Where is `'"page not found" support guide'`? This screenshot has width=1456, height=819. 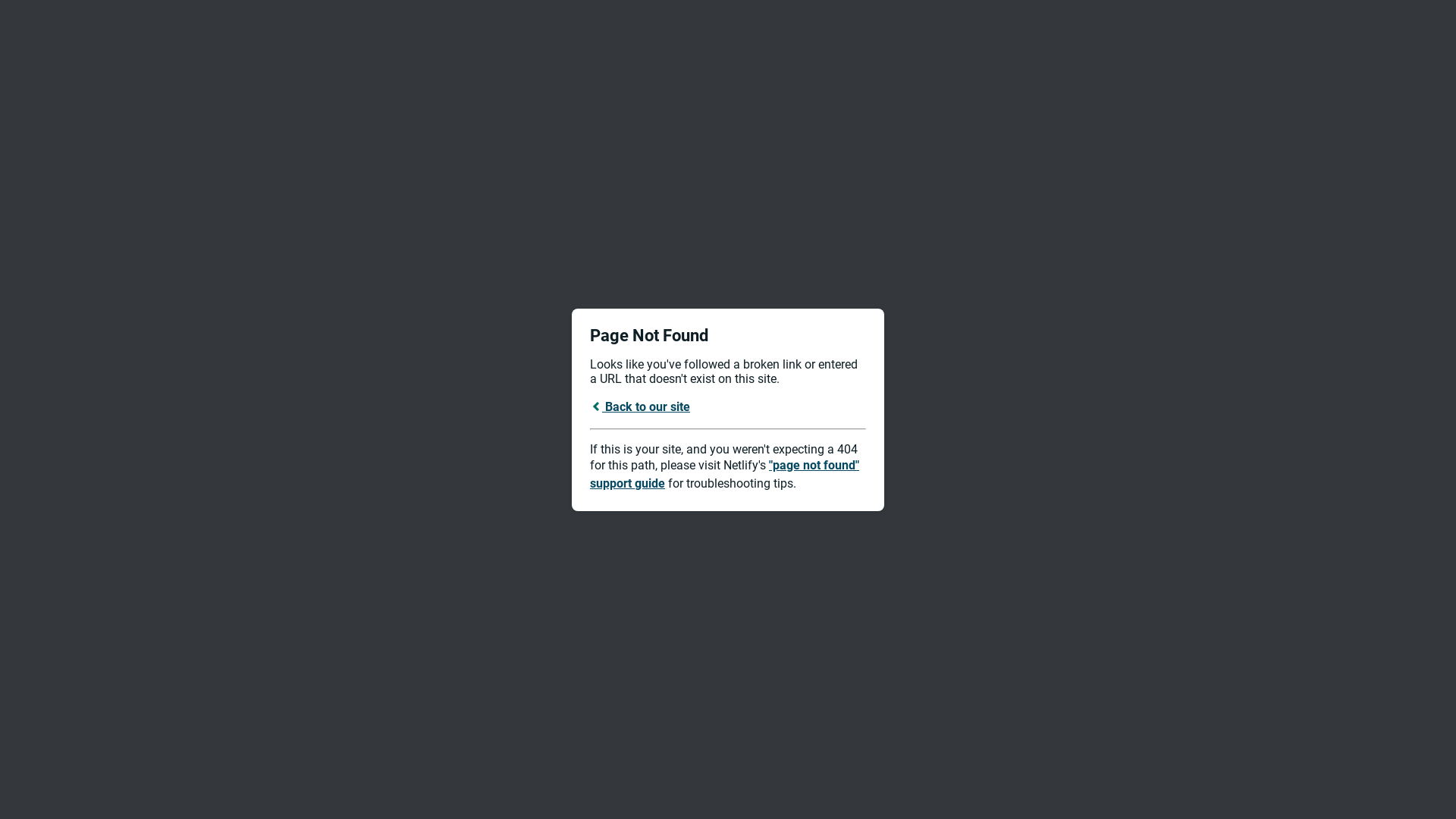 '"page not found" support guide' is located at coordinates (723, 473).